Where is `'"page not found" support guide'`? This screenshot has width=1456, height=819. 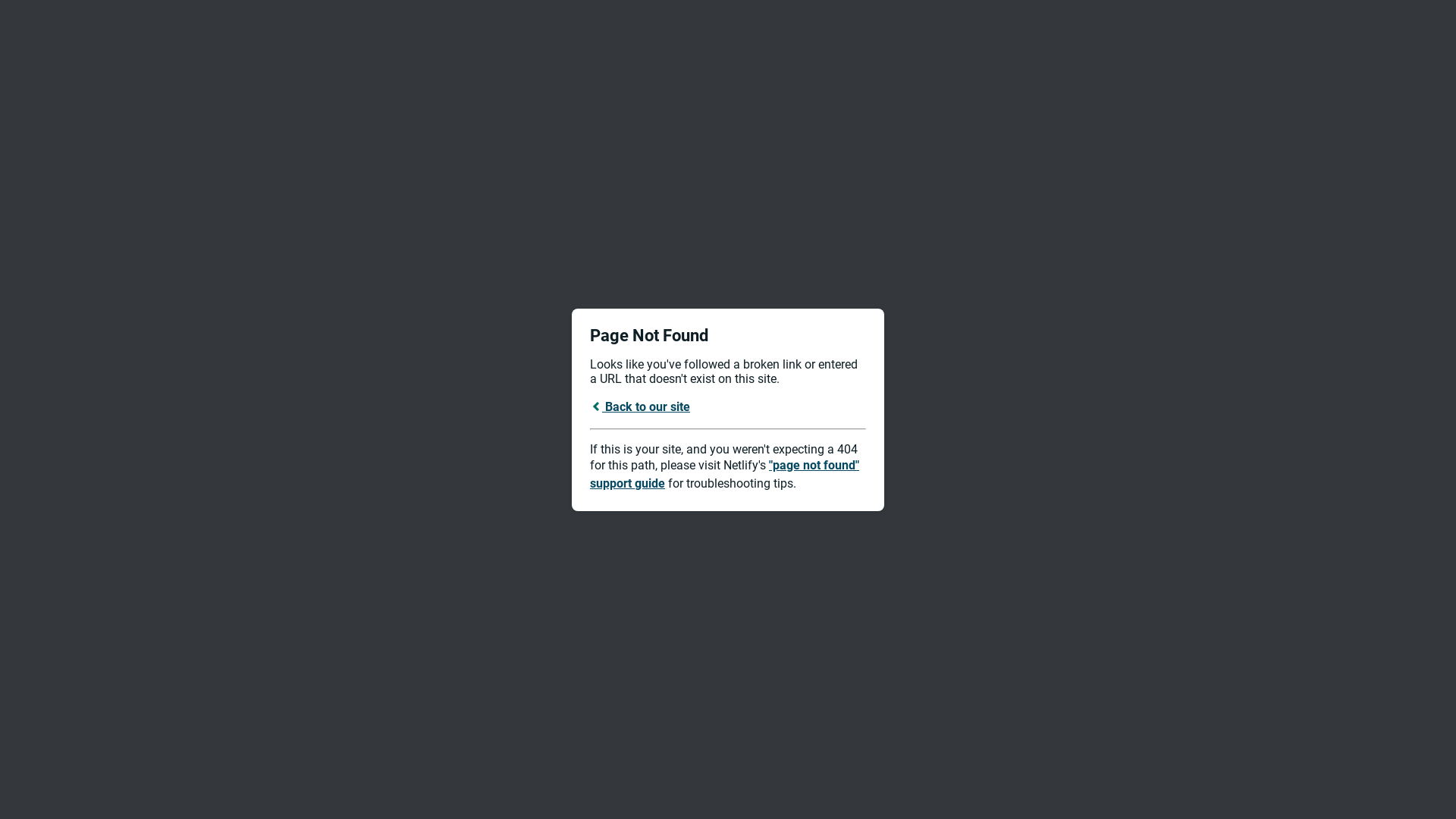 '"page not found" support guide' is located at coordinates (723, 473).